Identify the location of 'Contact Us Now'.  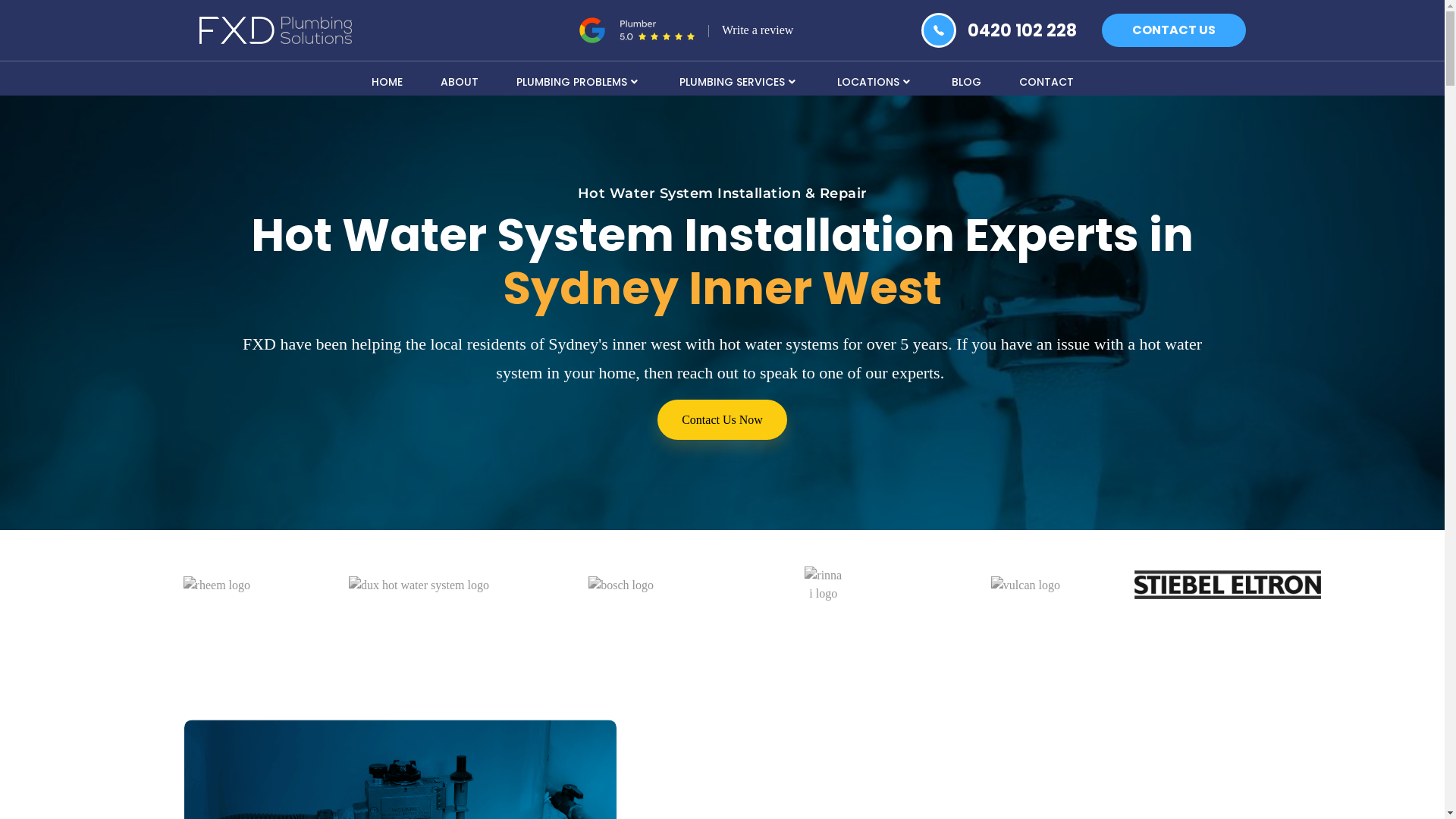
(657, 419).